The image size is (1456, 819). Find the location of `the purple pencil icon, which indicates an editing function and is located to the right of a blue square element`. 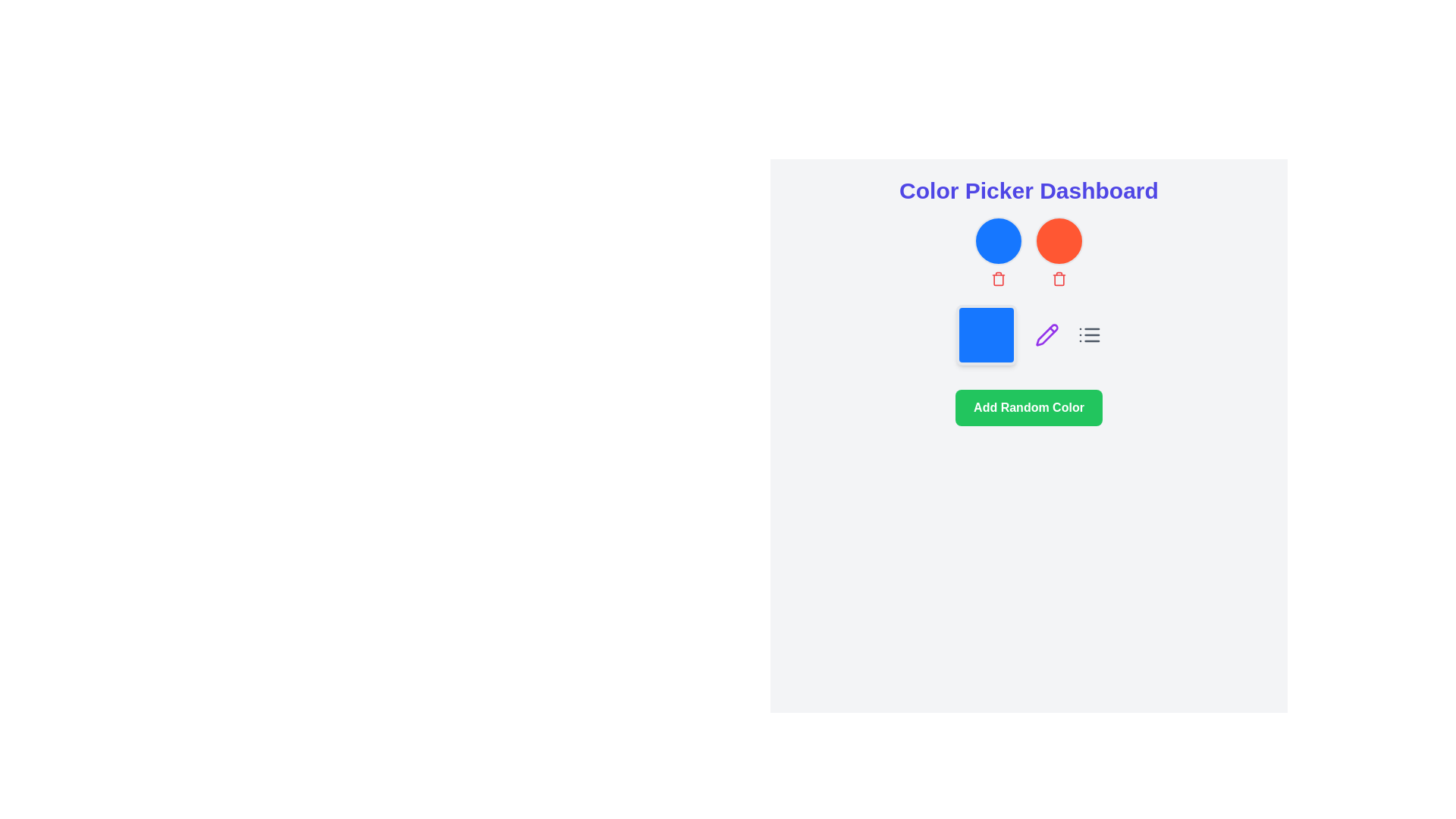

the purple pencil icon, which indicates an editing function and is located to the right of a blue square element is located at coordinates (1046, 334).